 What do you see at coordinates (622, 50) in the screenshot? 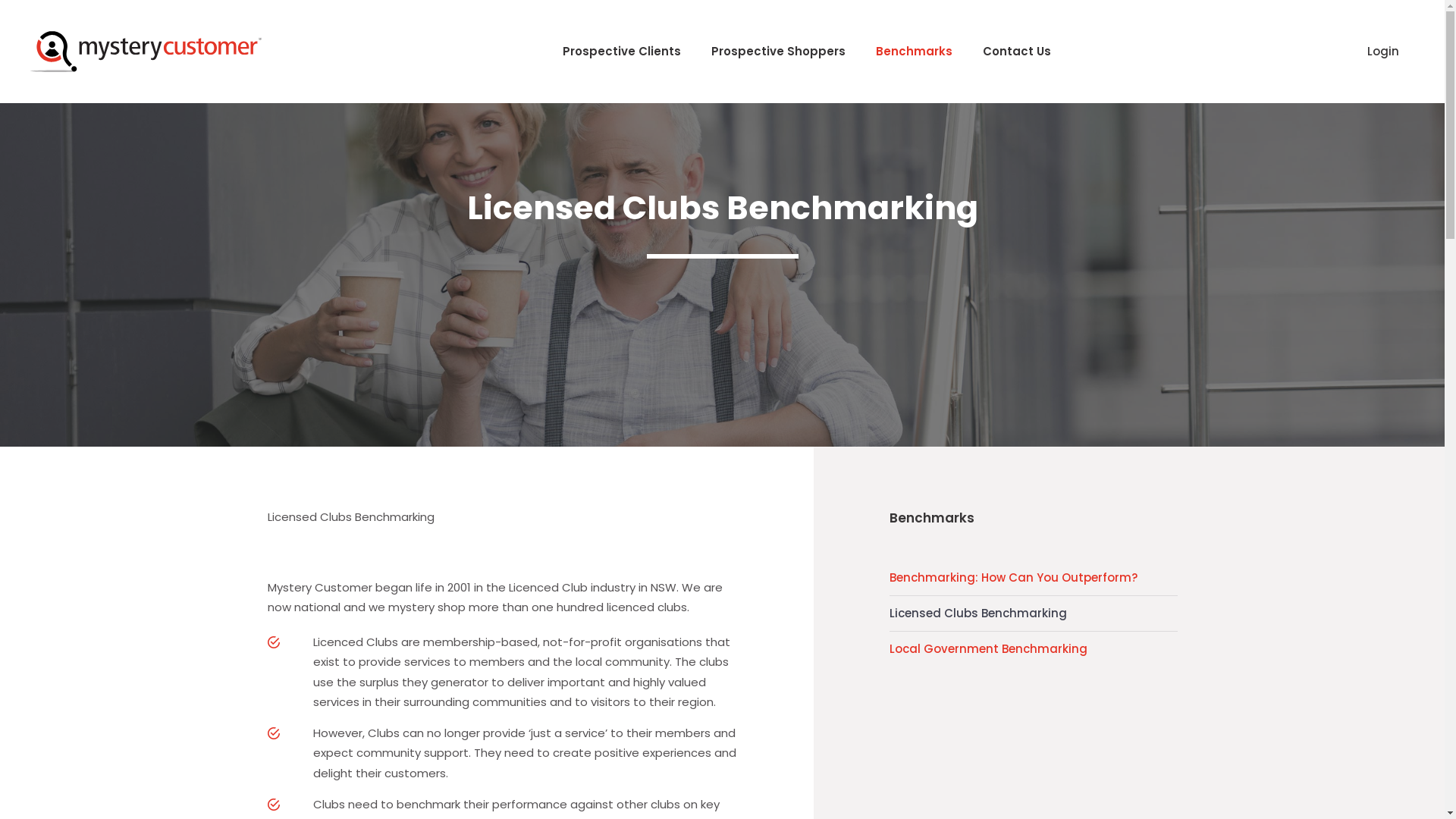
I see `'Prospective Clients'` at bounding box center [622, 50].